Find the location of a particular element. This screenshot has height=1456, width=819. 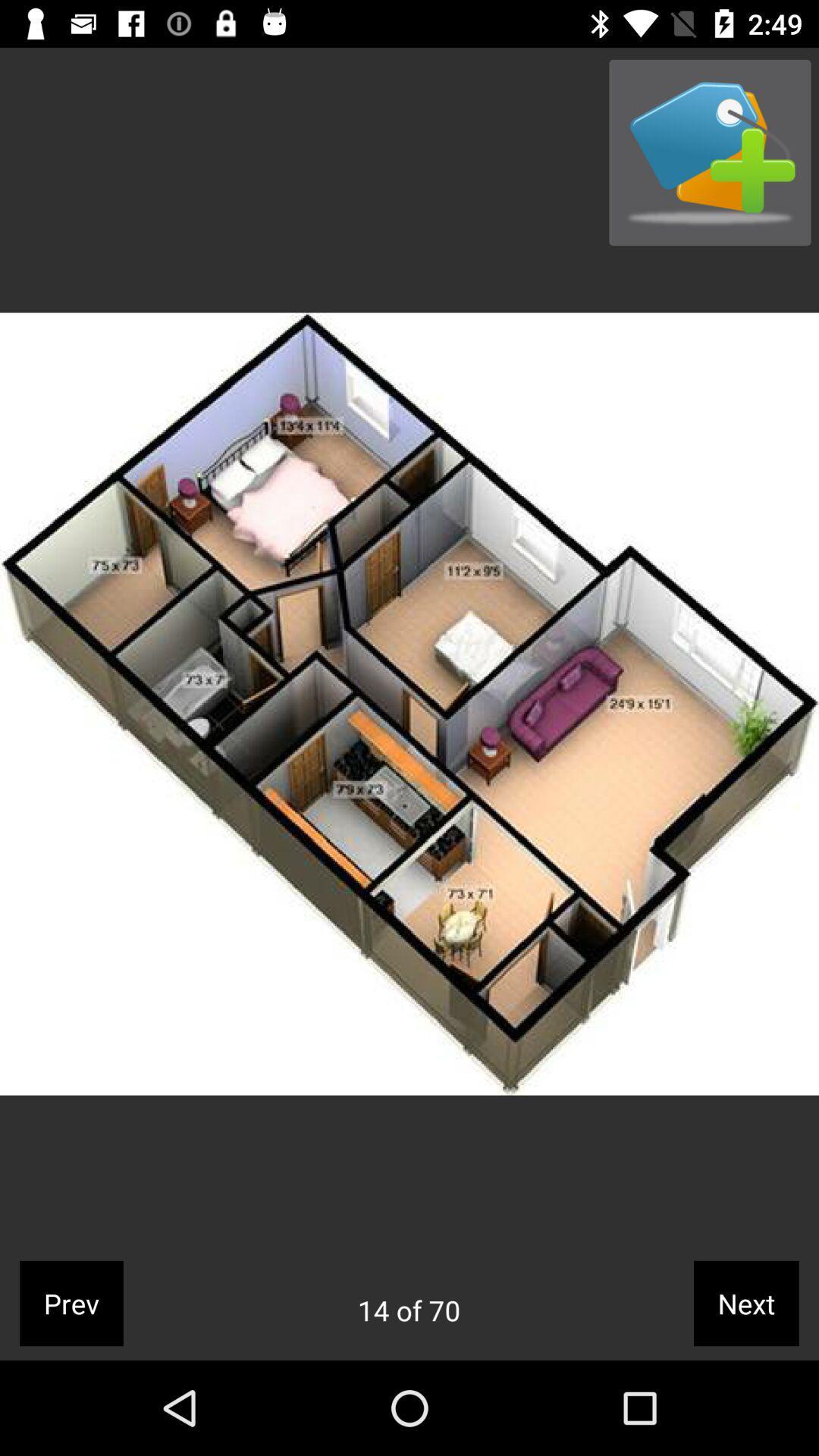

icon to the right of 14 of 70 app is located at coordinates (745, 1302).